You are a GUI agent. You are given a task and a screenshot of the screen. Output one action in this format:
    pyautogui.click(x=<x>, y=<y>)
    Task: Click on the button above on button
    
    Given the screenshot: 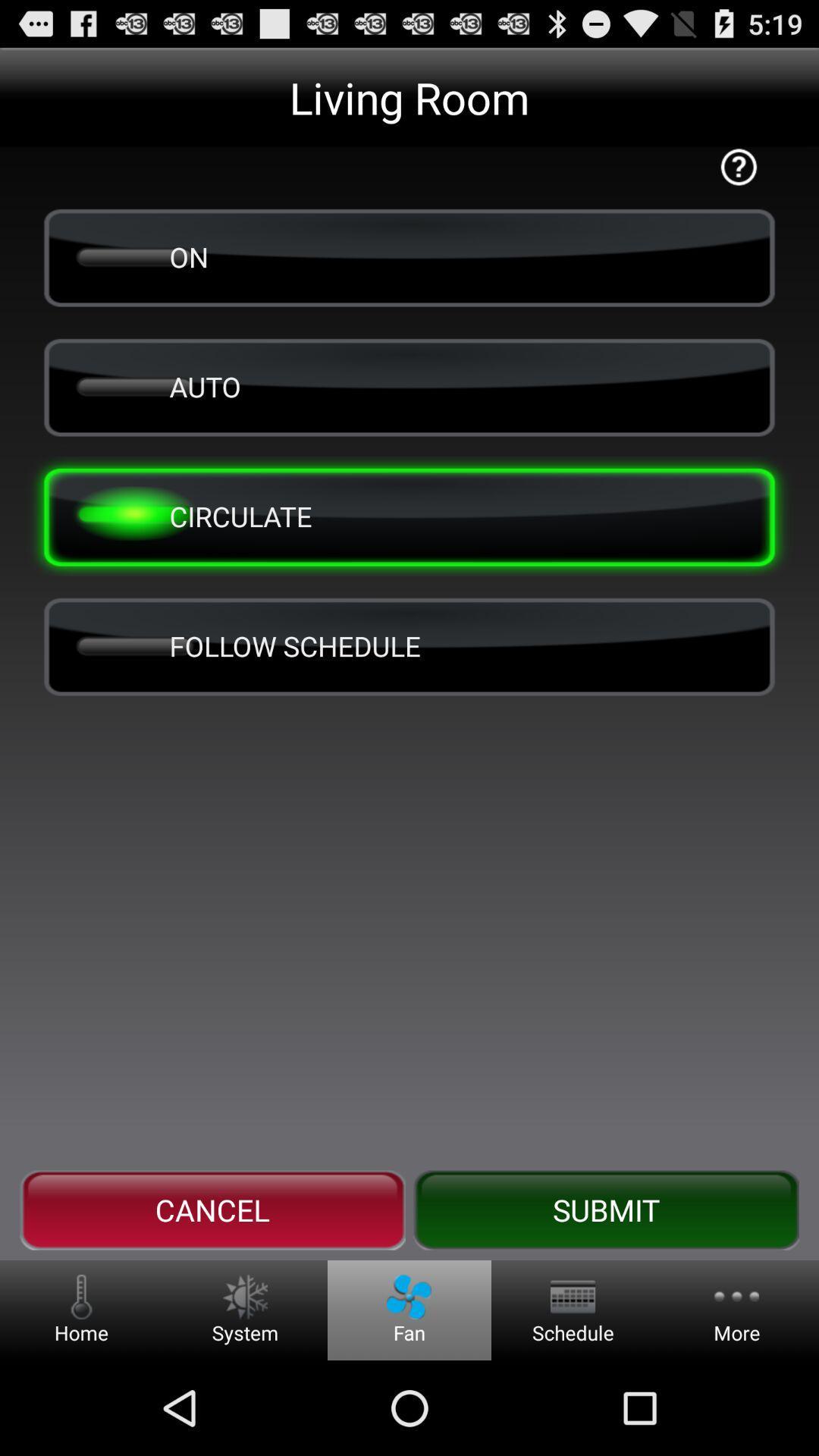 What is the action you would take?
    pyautogui.click(x=739, y=167)
    